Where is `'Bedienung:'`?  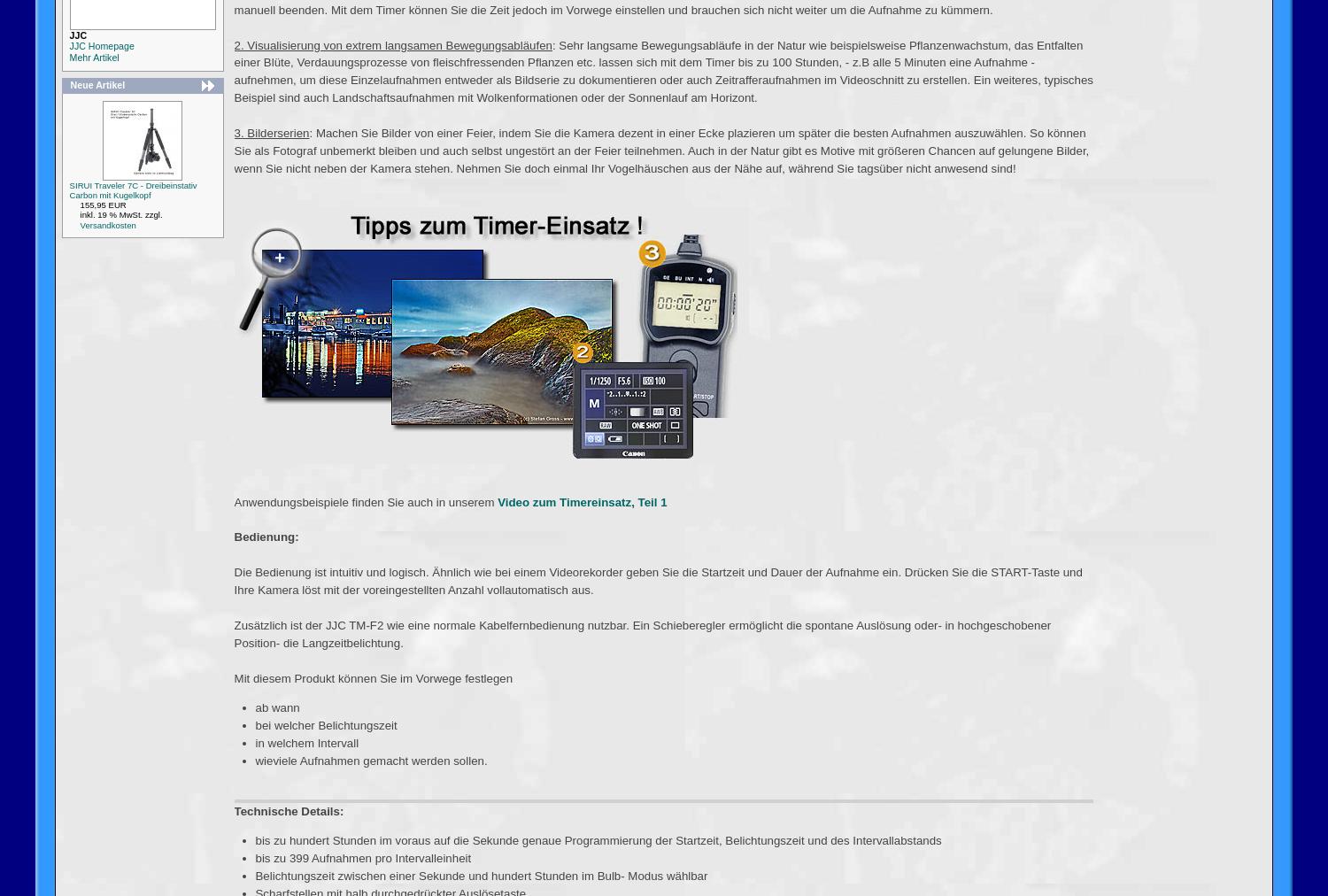 'Bedienung:' is located at coordinates (266, 536).